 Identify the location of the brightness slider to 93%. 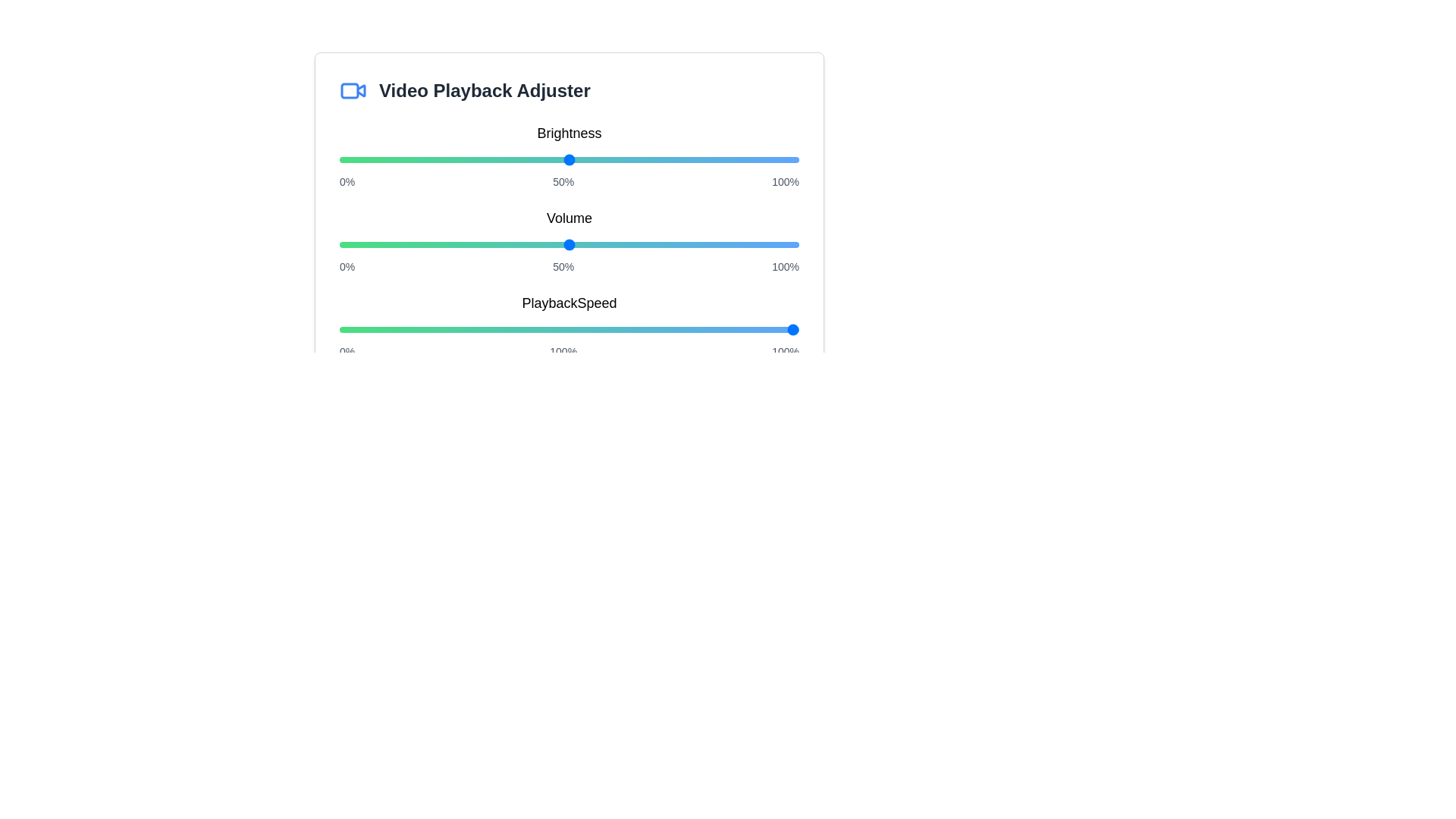
(767, 160).